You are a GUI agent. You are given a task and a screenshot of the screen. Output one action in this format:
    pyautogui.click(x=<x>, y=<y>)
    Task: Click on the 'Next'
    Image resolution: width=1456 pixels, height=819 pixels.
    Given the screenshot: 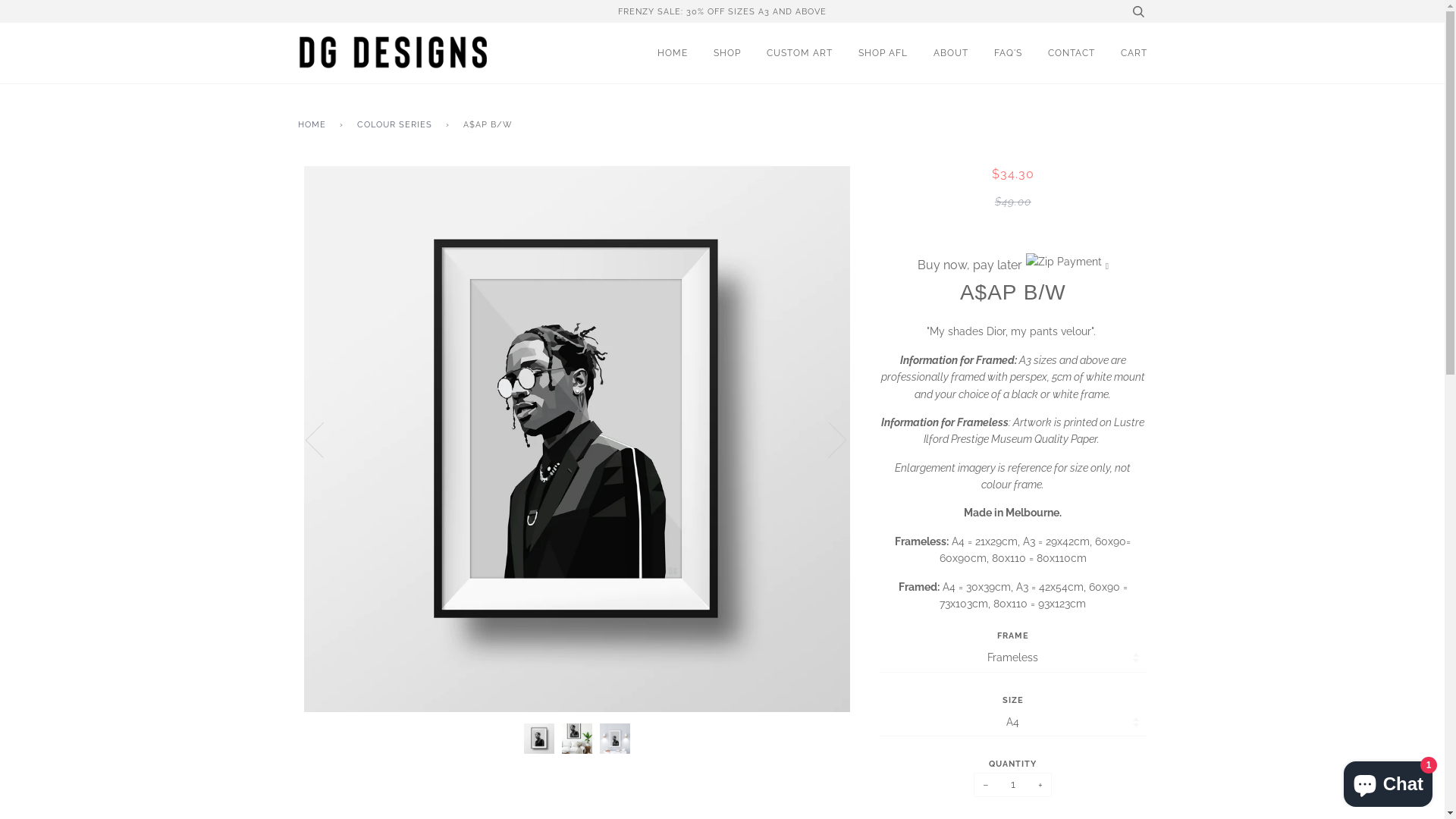 What is the action you would take?
    pyautogui.click(x=827, y=438)
    